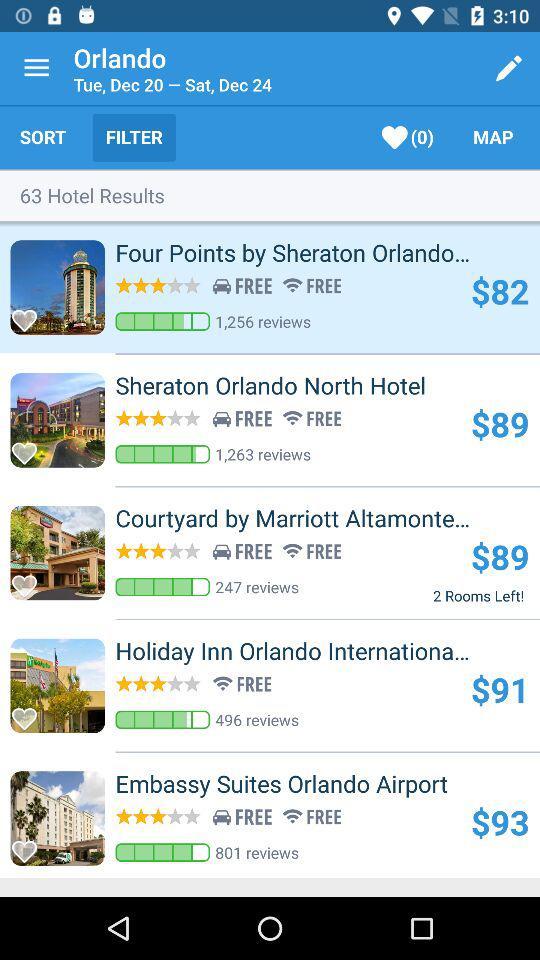 The height and width of the screenshot is (960, 540). I want to click on the icon above the $93 icon, so click(314, 783).